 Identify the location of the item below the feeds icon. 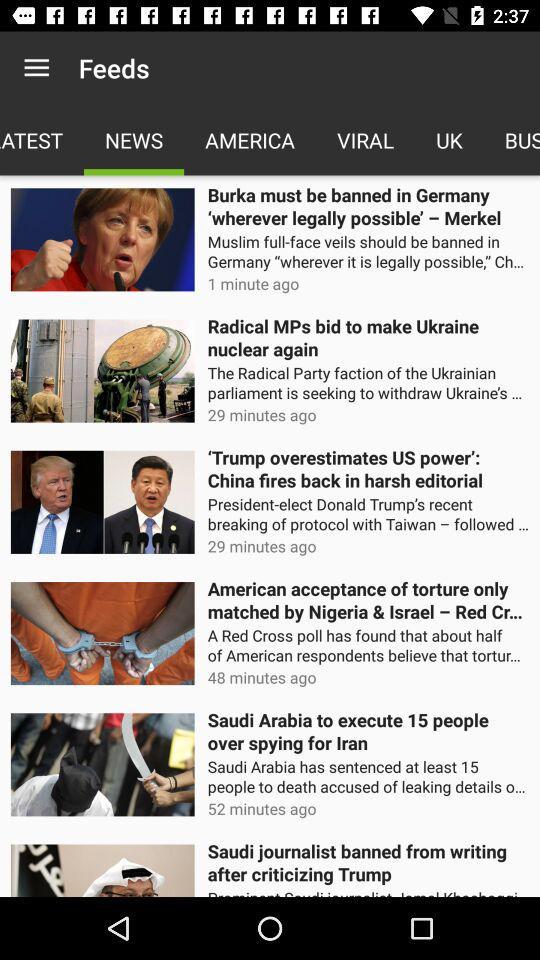
(134, 139).